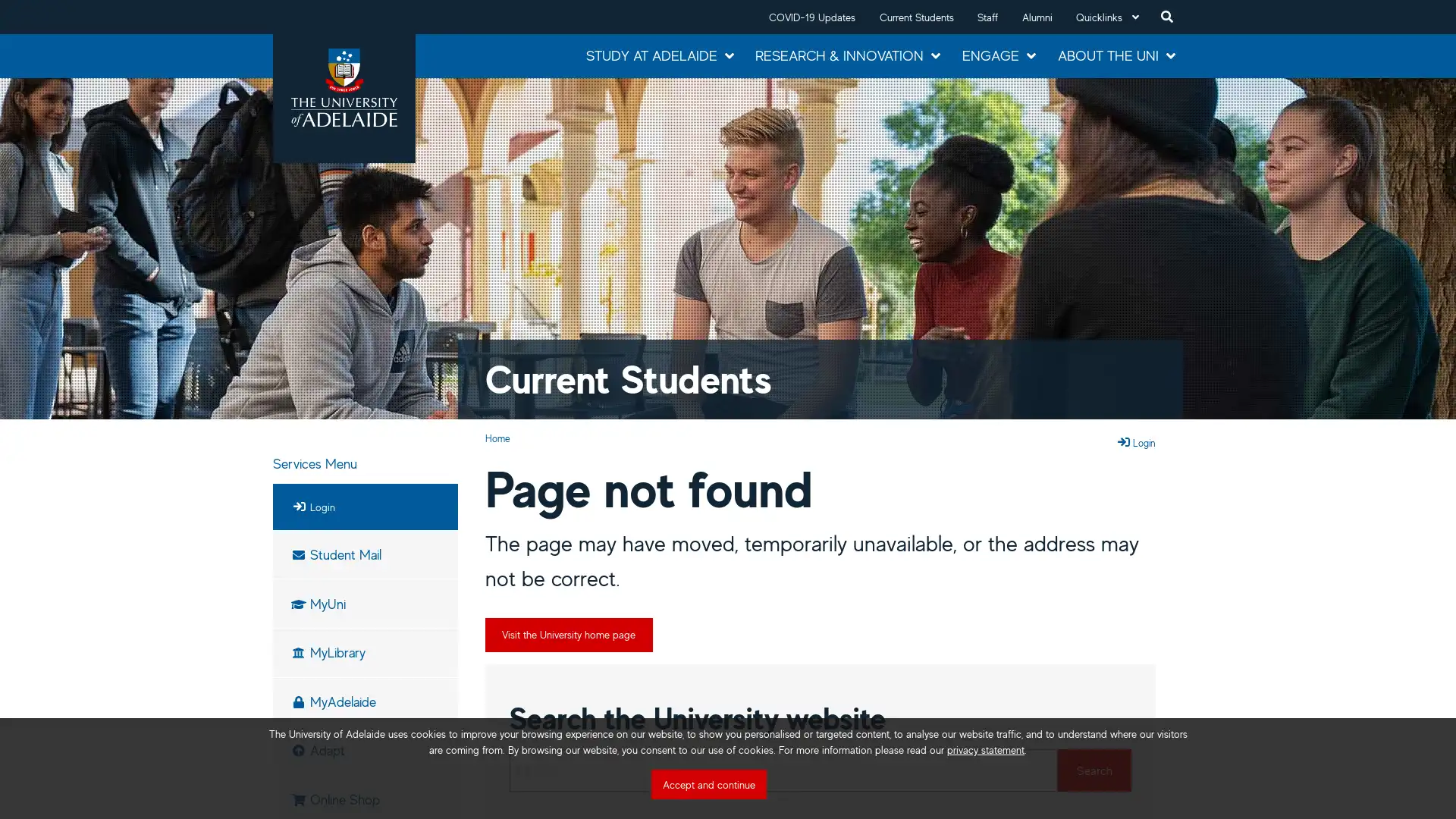 This screenshot has height=819, width=1456. Describe the element at coordinates (1094, 770) in the screenshot. I see `Search` at that location.